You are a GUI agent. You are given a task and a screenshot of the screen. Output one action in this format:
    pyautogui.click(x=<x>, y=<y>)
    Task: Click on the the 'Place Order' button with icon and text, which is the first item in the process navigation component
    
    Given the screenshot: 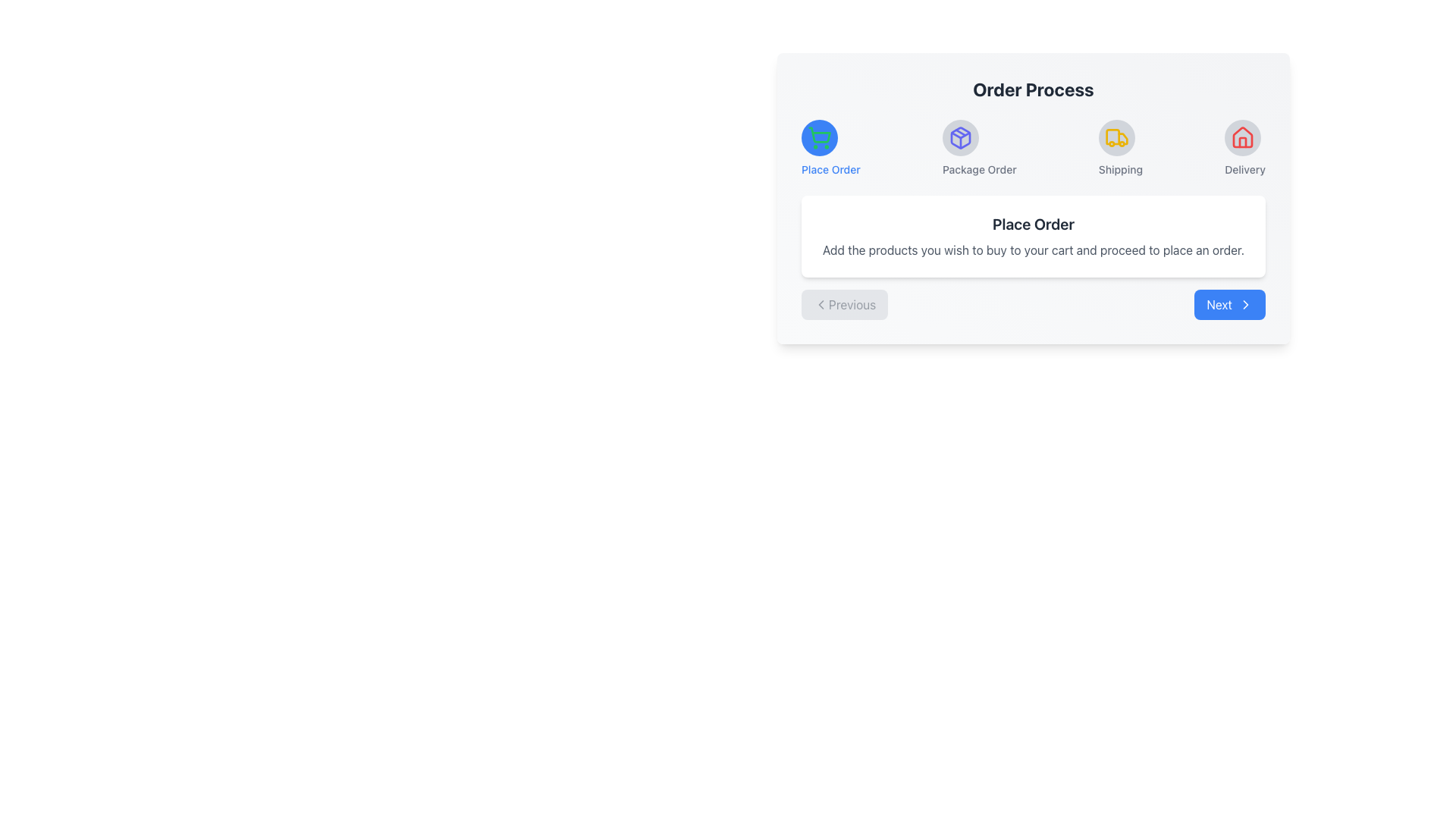 What is the action you would take?
    pyautogui.click(x=830, y=149)
    